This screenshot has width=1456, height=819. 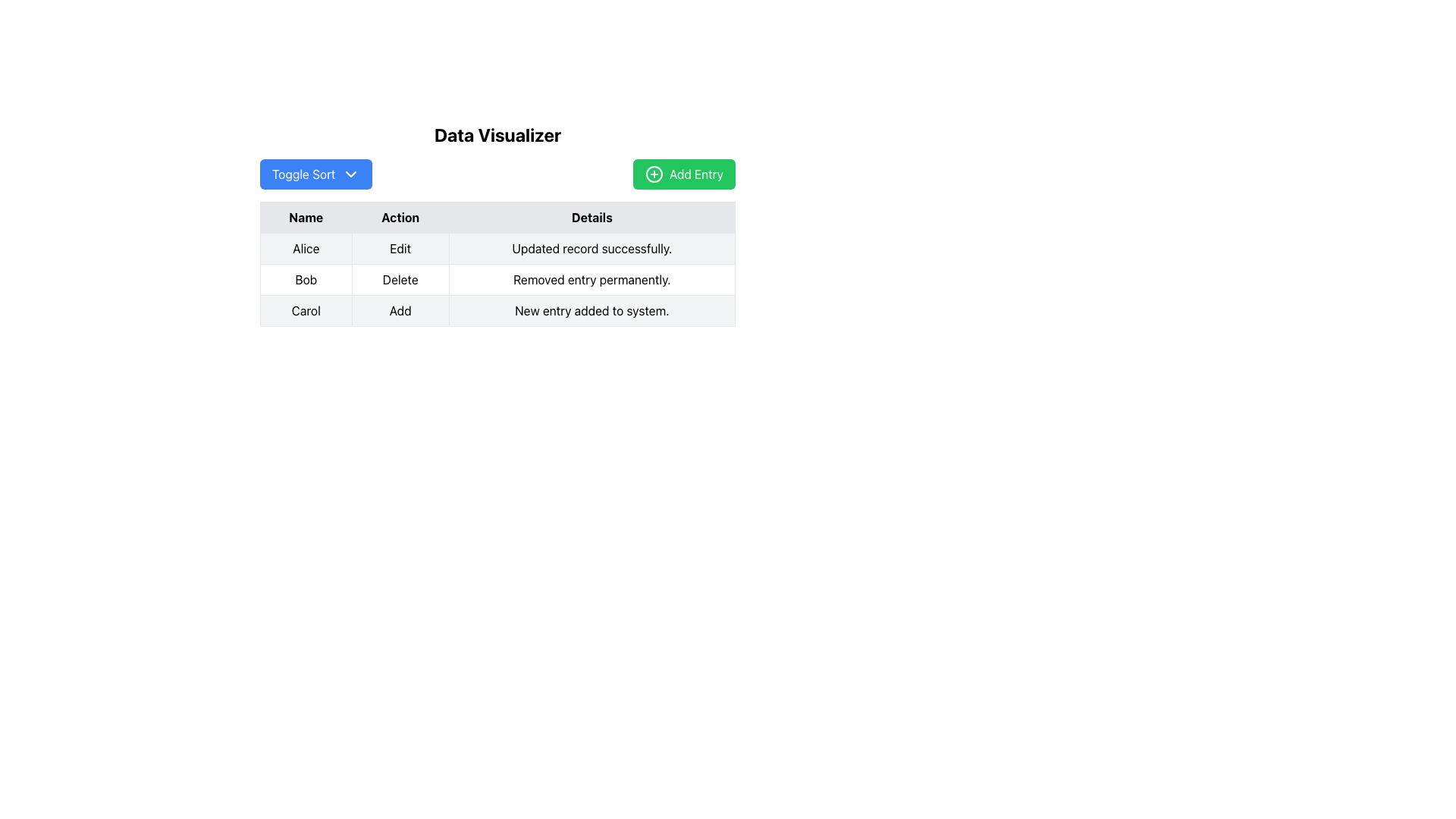 I want to click on the Text element that displays the action associated with 'Bob' in the second row of the table, located in the 'Action' column, so click(x=400, y=280).